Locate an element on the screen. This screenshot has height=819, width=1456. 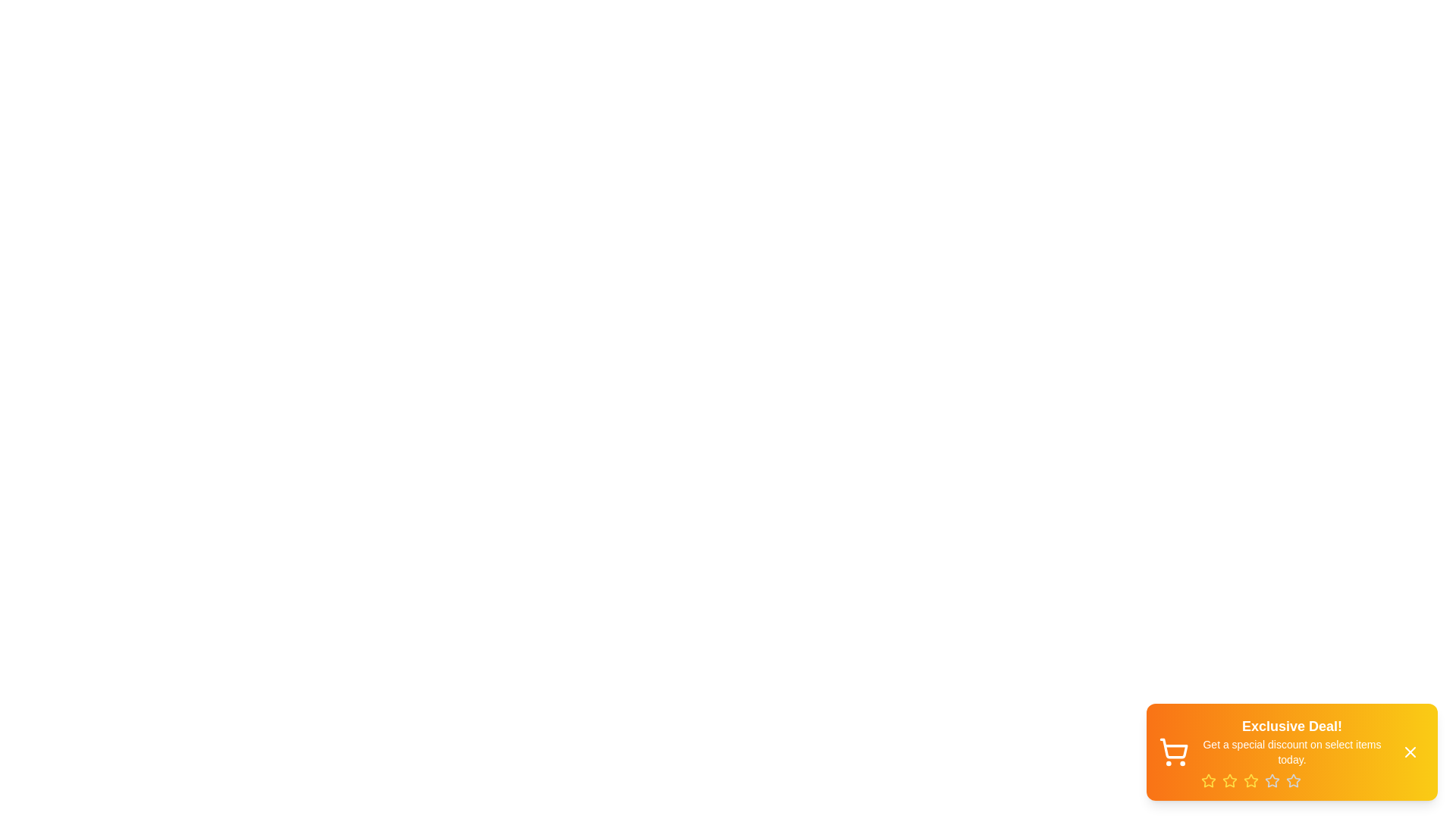
the rating by clicking on the star corresponding to the desired rating value (2) is located at coordinates (1230, 780).